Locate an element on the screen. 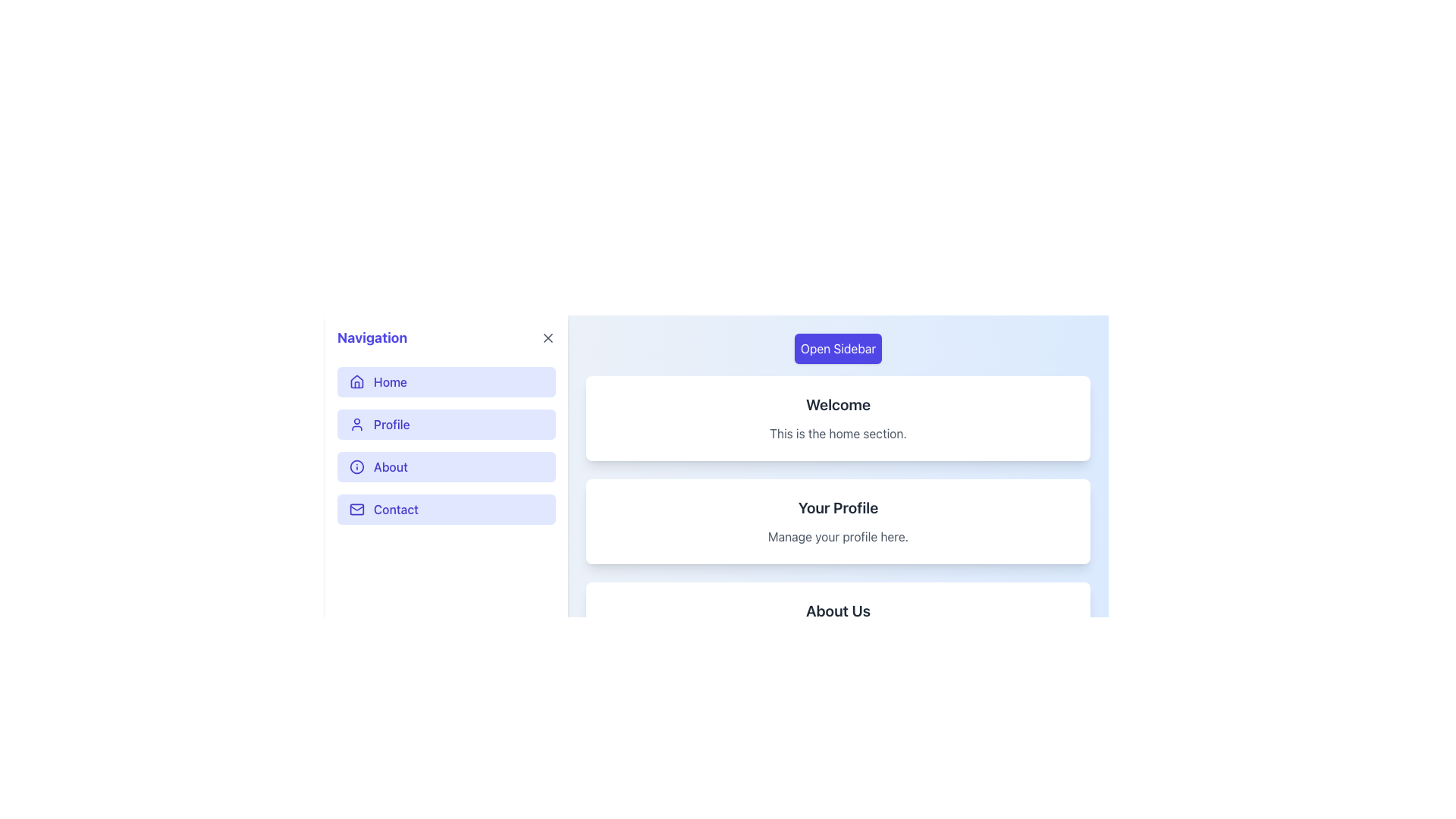  the informational text element that assists users in understanding their profile management, located beneath the 'Your Profile' heading is located at coordinates (837, 536).